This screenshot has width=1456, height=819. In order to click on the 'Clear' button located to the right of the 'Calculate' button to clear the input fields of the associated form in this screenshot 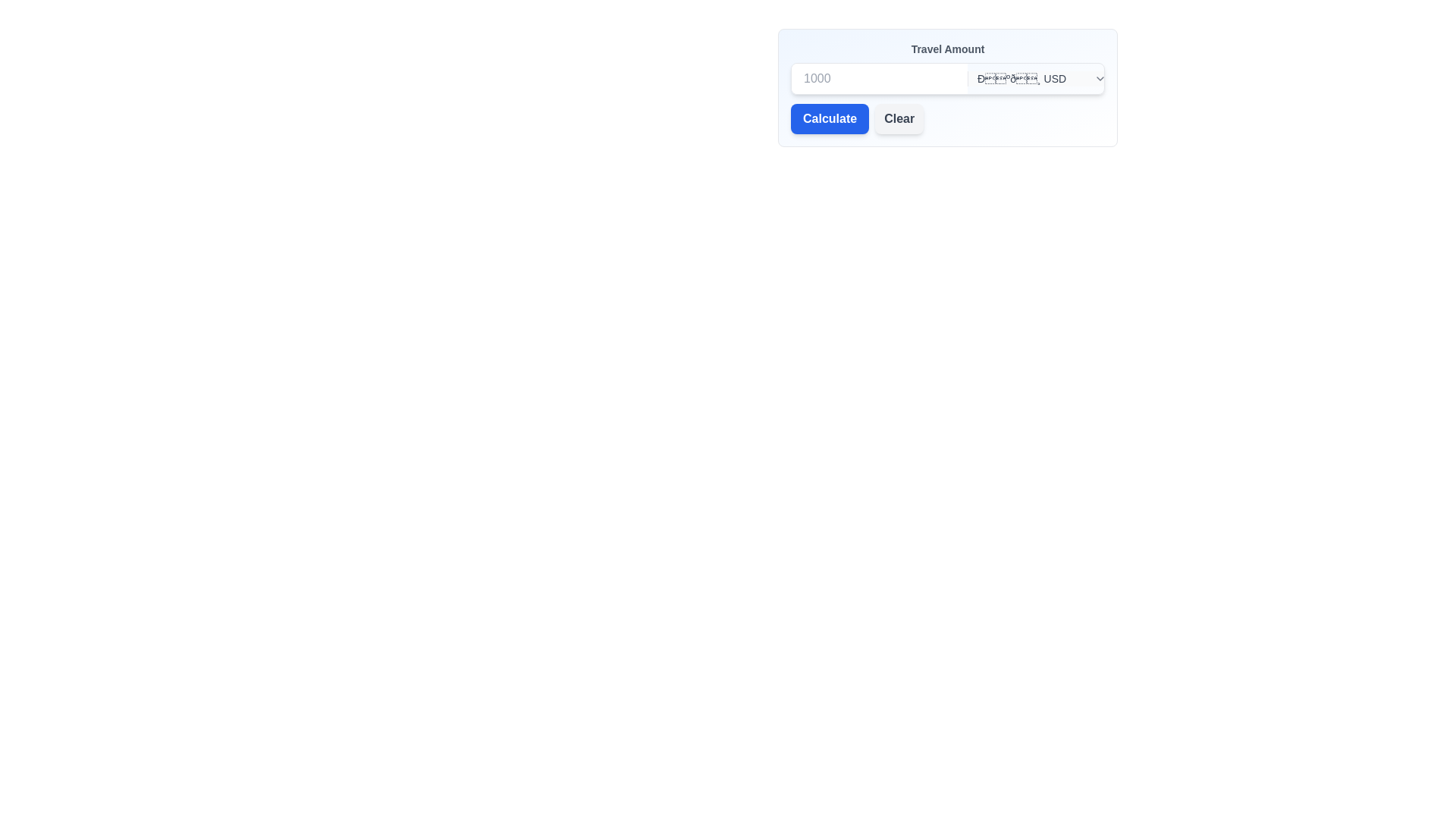, I will do `click(899, 118)`.